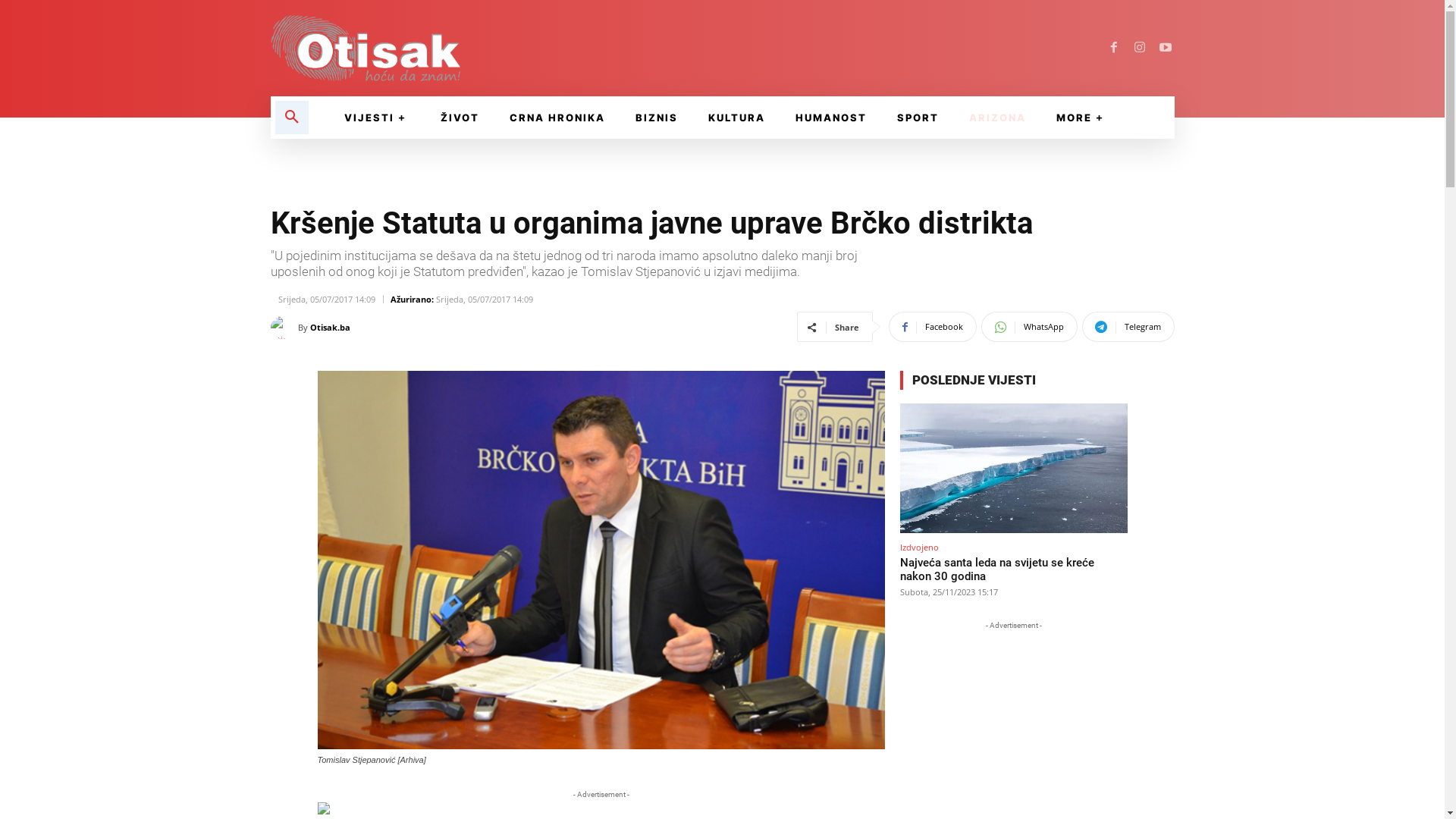 This screenshot has height=819, width=1456. What do you see at coordinates (736, 116) in the screenshot?
I see `'KULTURA'` at bounding box center [736, 116].